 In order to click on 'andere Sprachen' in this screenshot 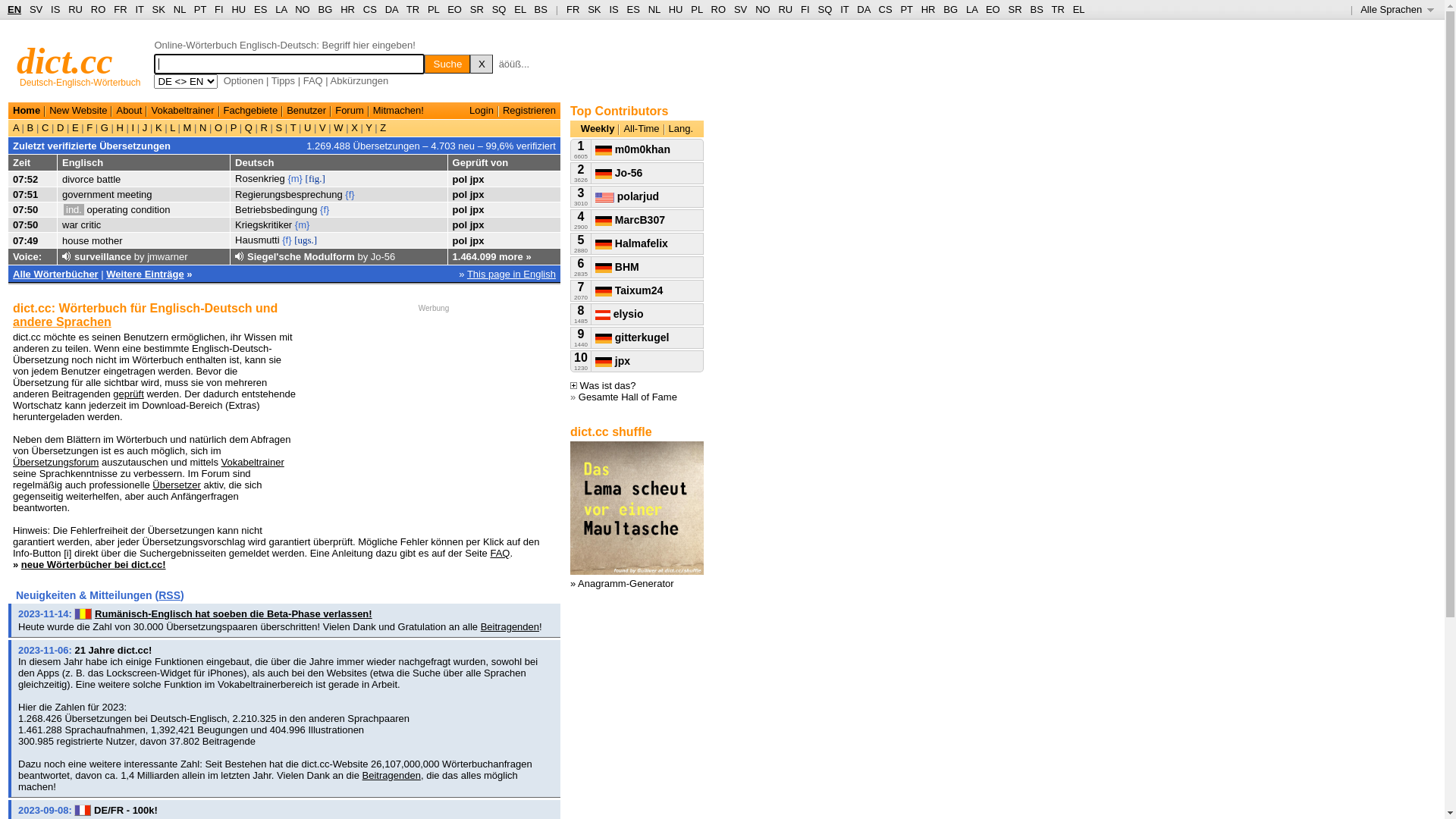, I will do `click(13, 321)`.